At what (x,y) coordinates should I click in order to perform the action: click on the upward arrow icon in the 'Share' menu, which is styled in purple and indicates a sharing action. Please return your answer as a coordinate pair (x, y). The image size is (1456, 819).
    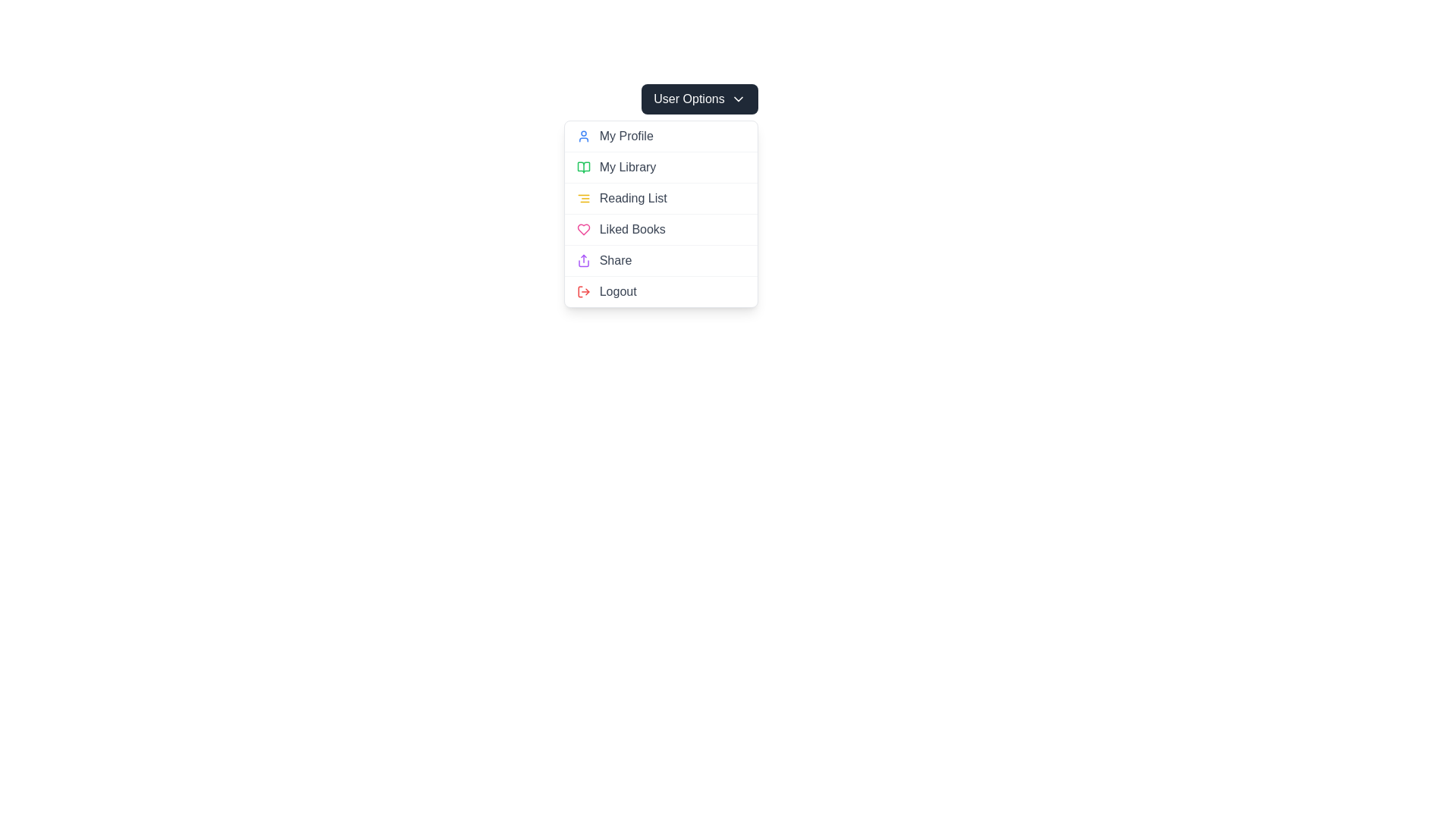
    Looking at the image, I should click on (582, 259).